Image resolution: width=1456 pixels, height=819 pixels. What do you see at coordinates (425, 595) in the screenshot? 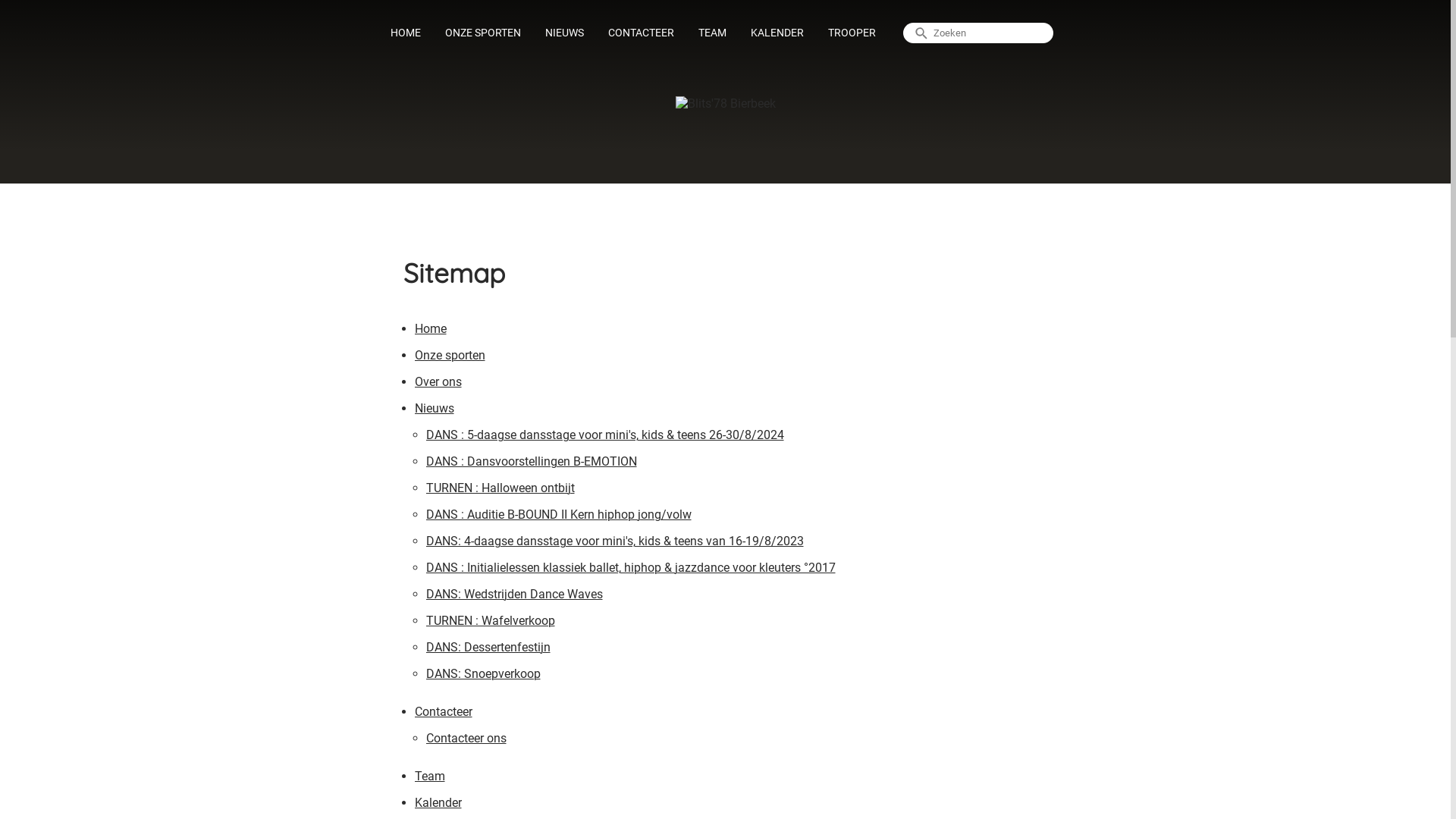
I see `'DANS: Wedstrijden Dance Waves'` at bounding box center [425, 595].